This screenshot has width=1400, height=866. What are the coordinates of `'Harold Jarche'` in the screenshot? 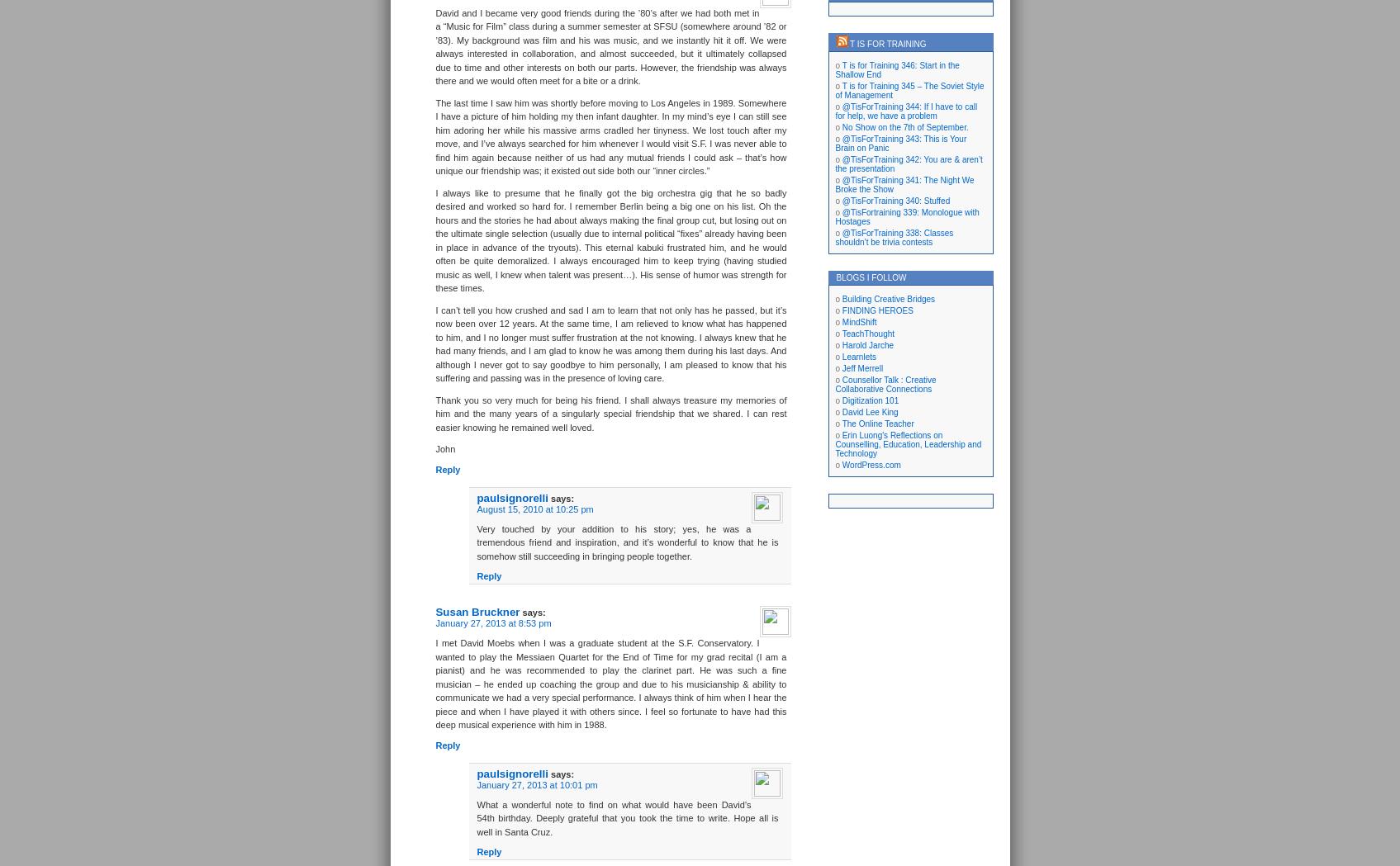 It's located at (867, 344).